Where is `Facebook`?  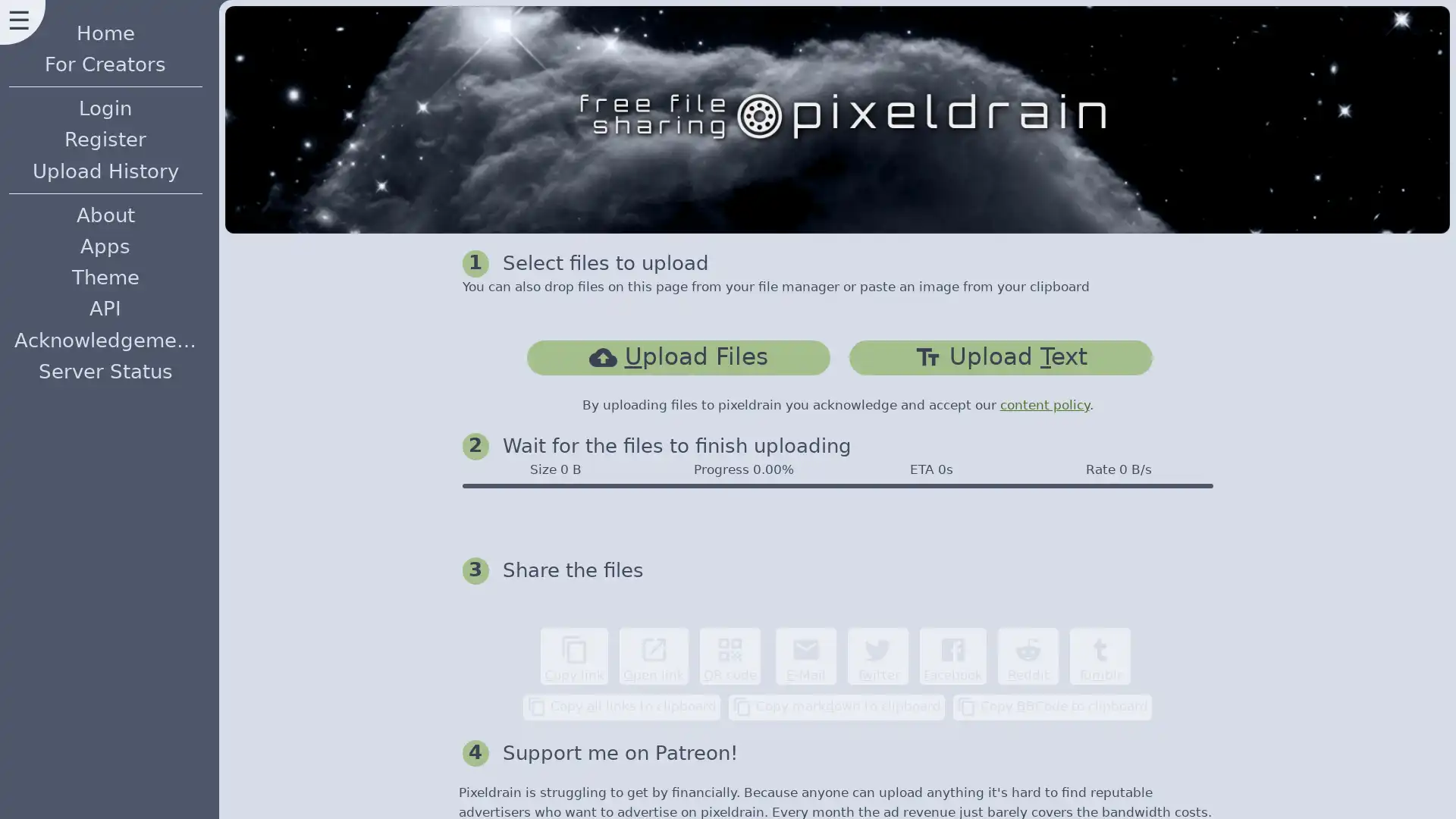
Facebook is located at coordinates (952, 655).